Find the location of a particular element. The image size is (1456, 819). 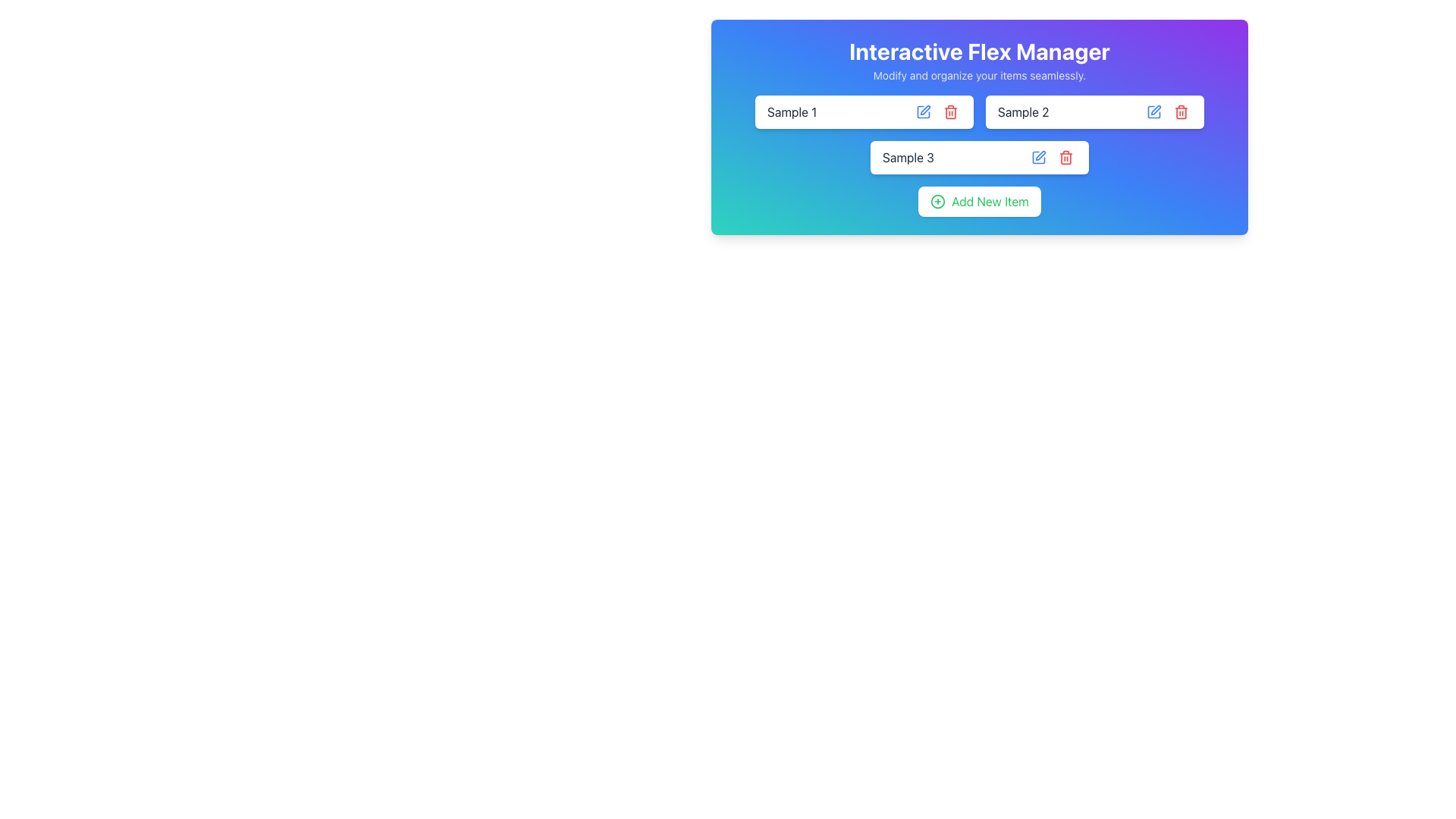

the circular plus sign icon located near the left side of the 'Add New Item' button, which is centered at the bottom of the interface is located at coordinates (937, 201).